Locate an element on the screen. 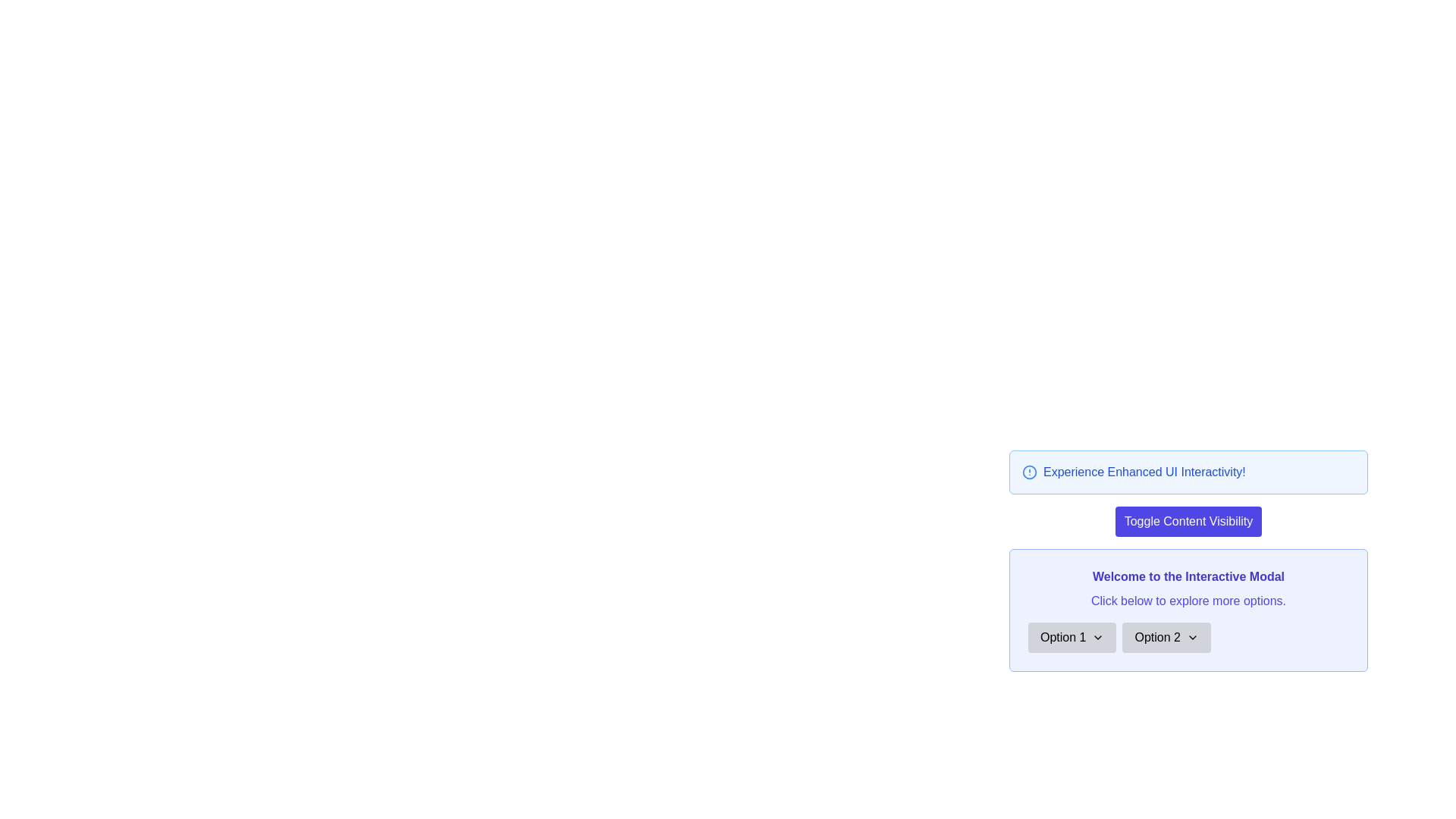 This screenshot has width=1456, height=819. the group of buttons labeled 'Option 1' and 'Option 2' to invoke hover effects is located at coordinates (1188, 632).